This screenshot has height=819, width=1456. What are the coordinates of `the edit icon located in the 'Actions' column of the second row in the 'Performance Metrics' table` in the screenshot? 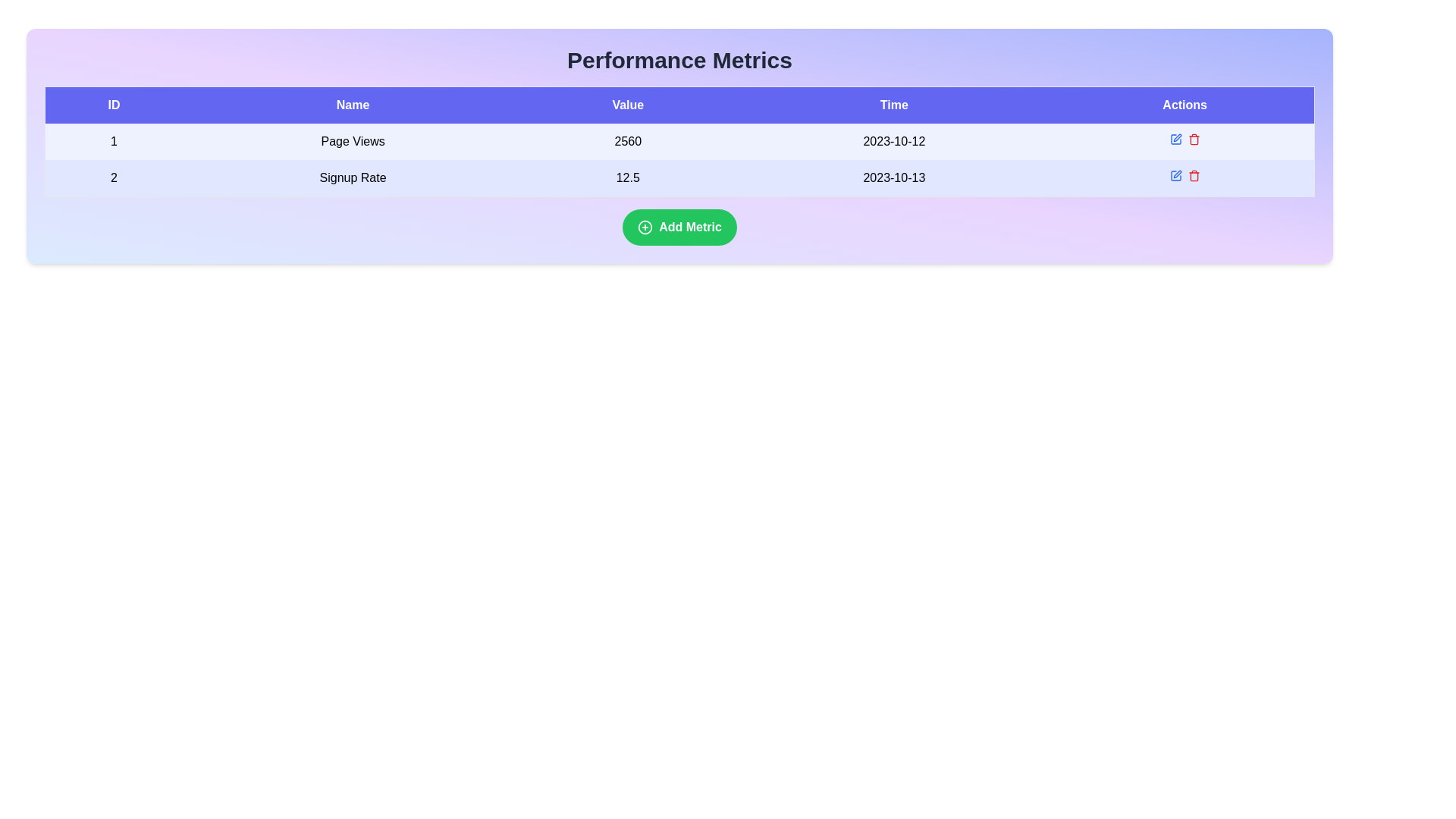 It's located at (1176, 174).